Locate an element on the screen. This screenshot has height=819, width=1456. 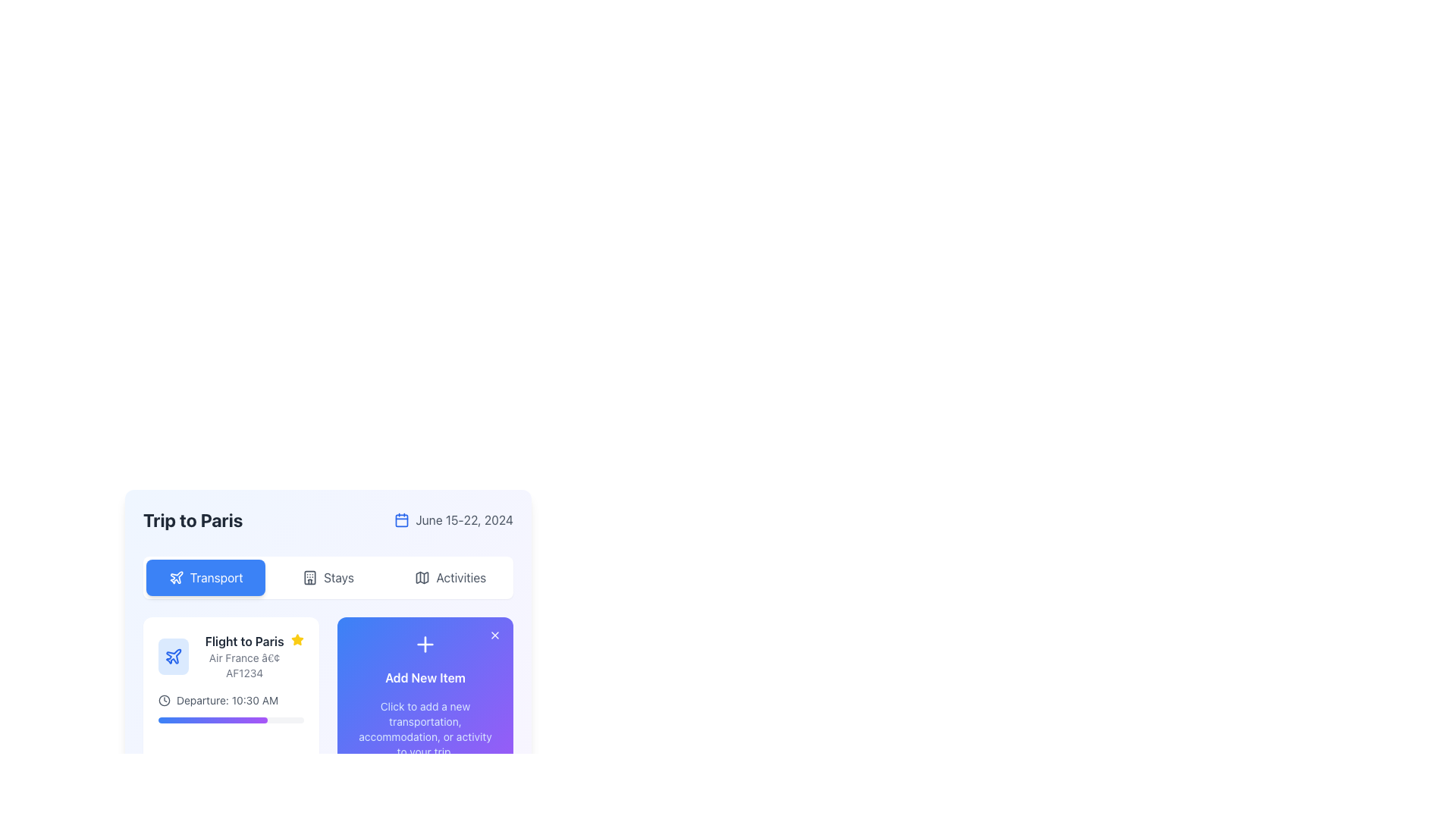
text label that serves as a title or header for the flight details in the 'Transport' section of the travel itinerary interface, positioned above the airline name and flight number is located at coordinates (244, 641).